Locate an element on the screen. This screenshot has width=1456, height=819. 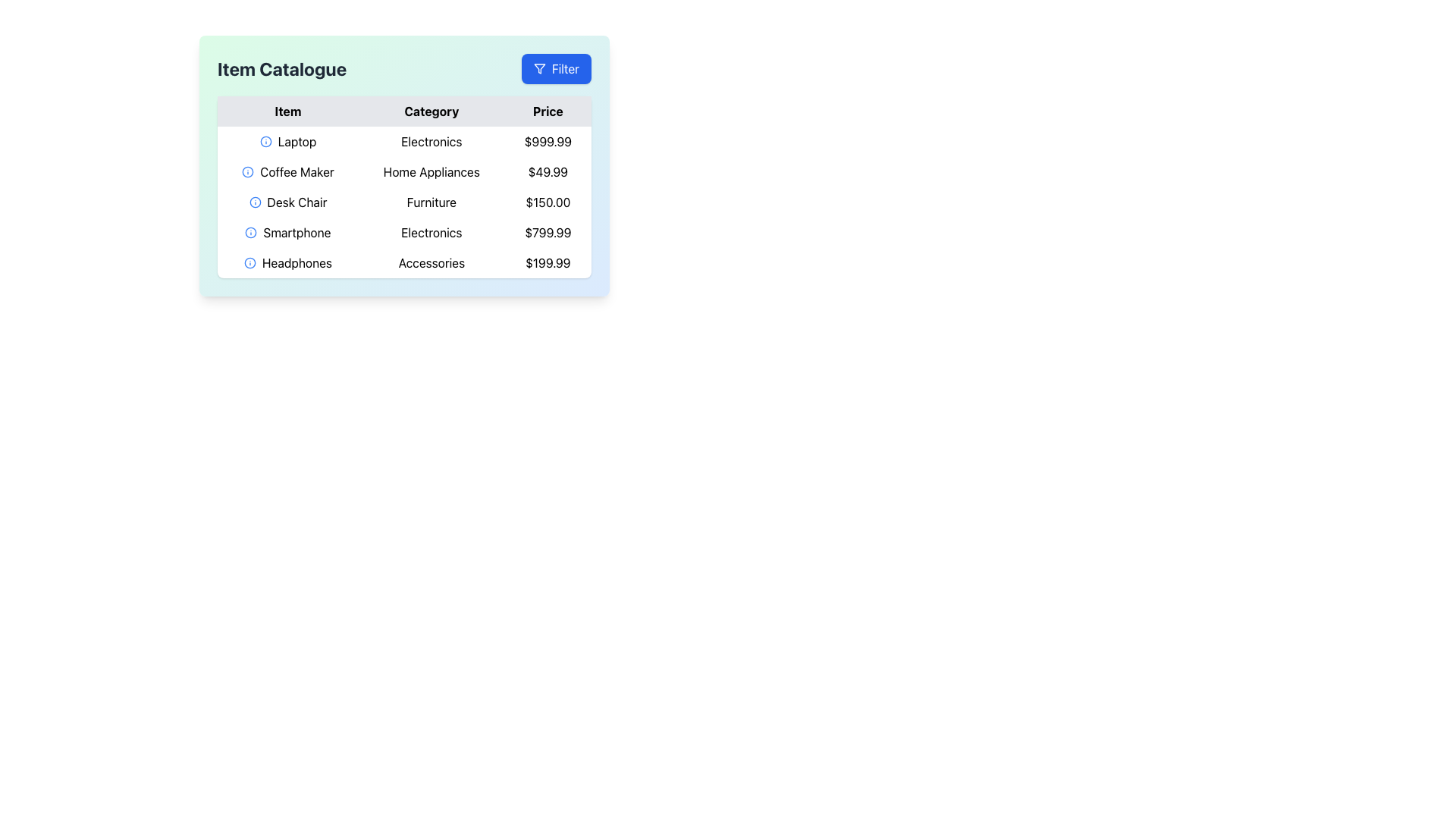
the price display for the 'Laptop' item, which is located in the third column of the first row of the table is located at coordinates (547, 141).